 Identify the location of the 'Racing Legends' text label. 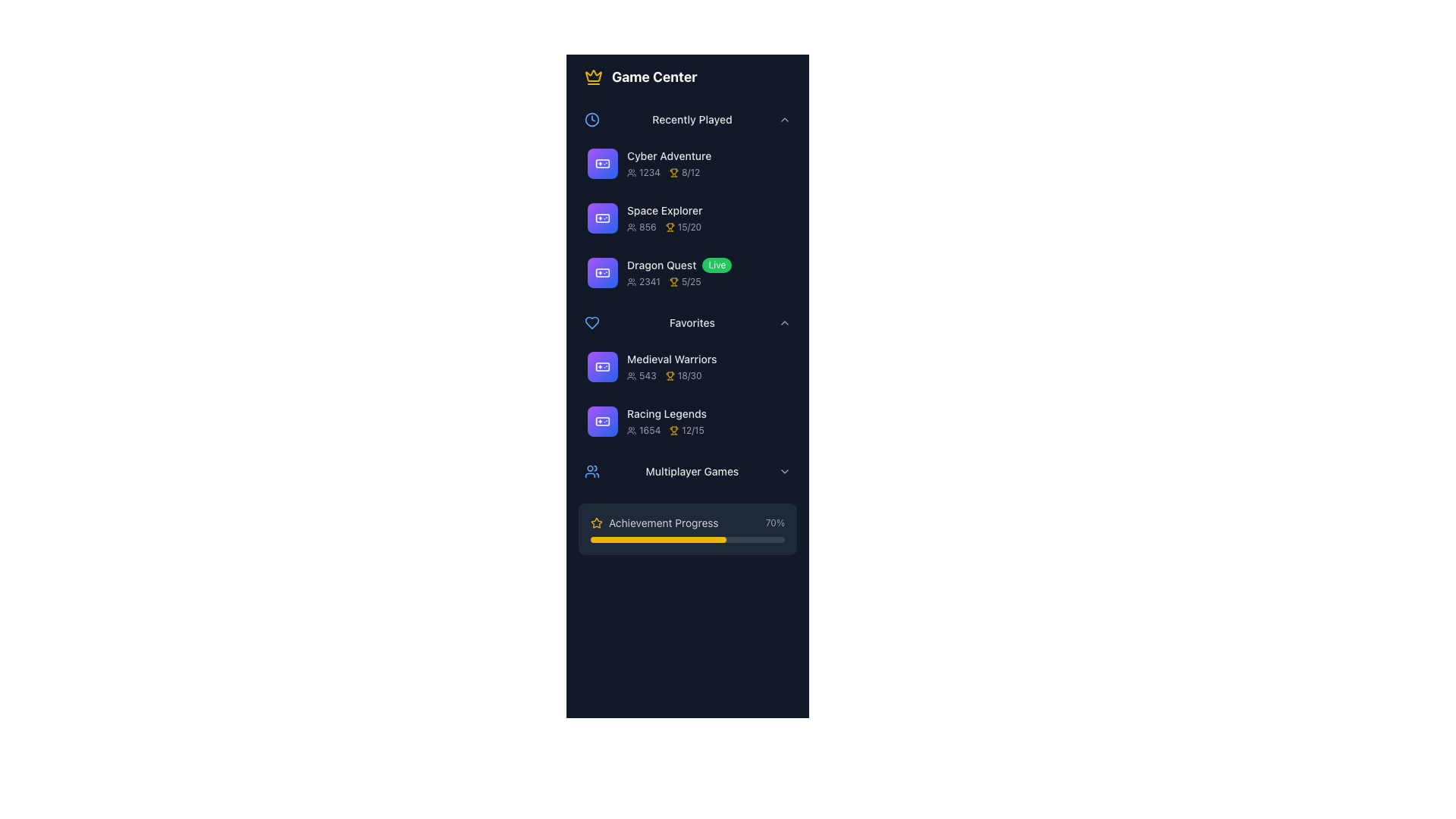
(667, 414).